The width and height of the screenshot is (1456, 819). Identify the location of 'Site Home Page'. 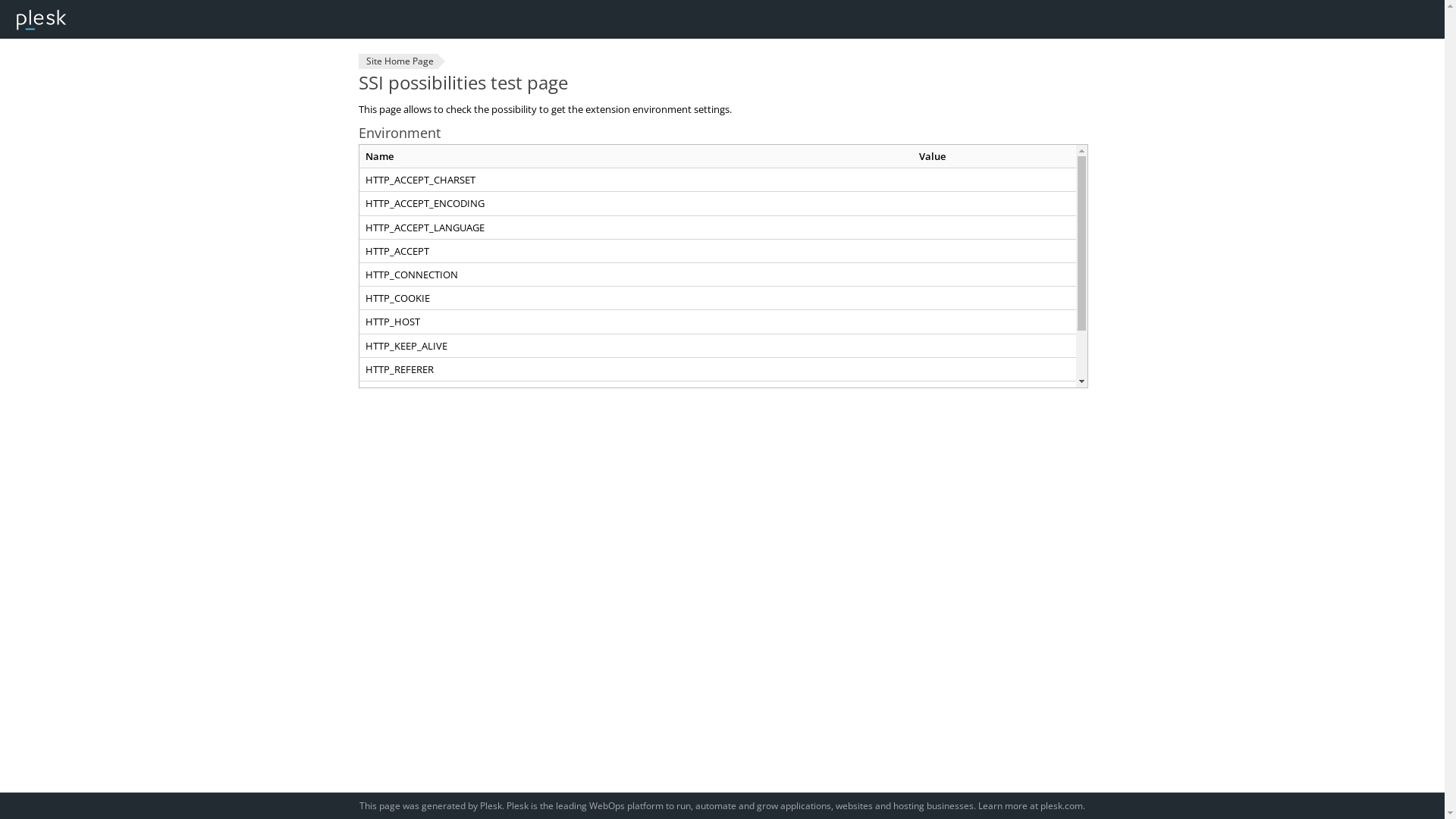
(397, 61).